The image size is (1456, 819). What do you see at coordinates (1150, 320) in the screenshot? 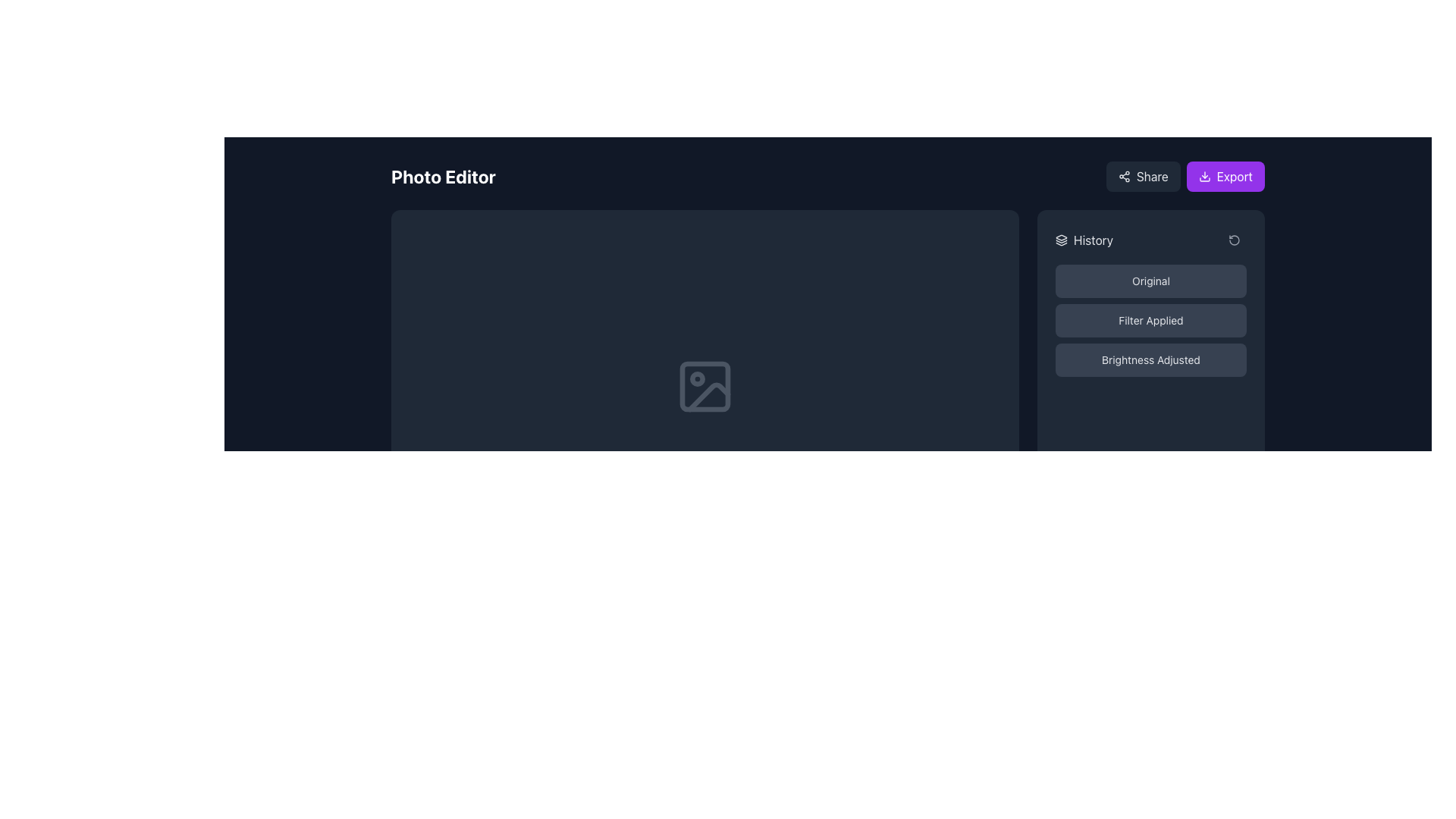
I see `the 'Filter Applied' button in the History panel of the photo editor interface, which is the second button in a vertical list of three buttons` at bounding box center [1150, 320].